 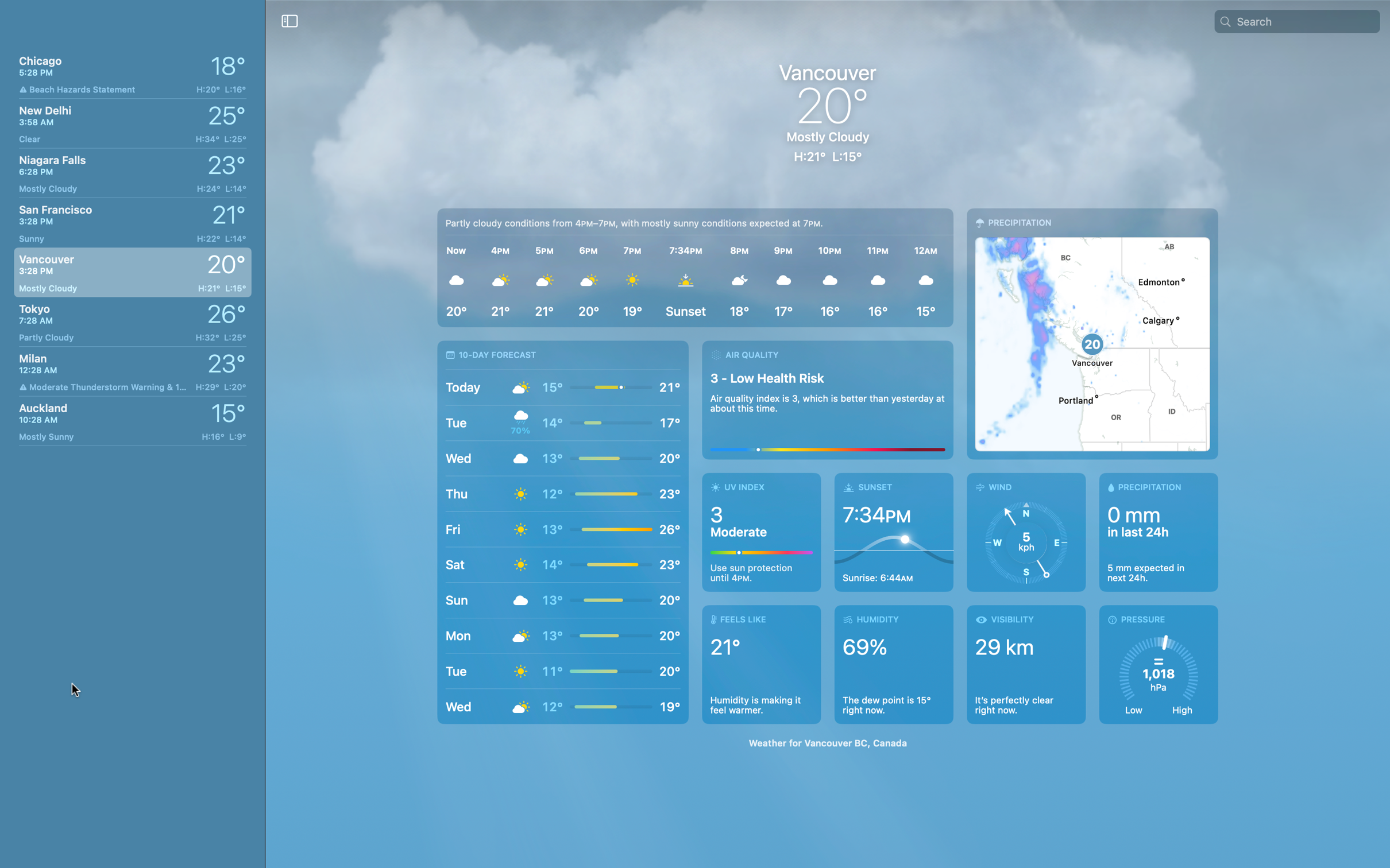 What do you see at coordinates (1025, 532) in the screenshot?
I see `Obtain the wind metrics in Vancouver` at bounding box center [1025, 532].